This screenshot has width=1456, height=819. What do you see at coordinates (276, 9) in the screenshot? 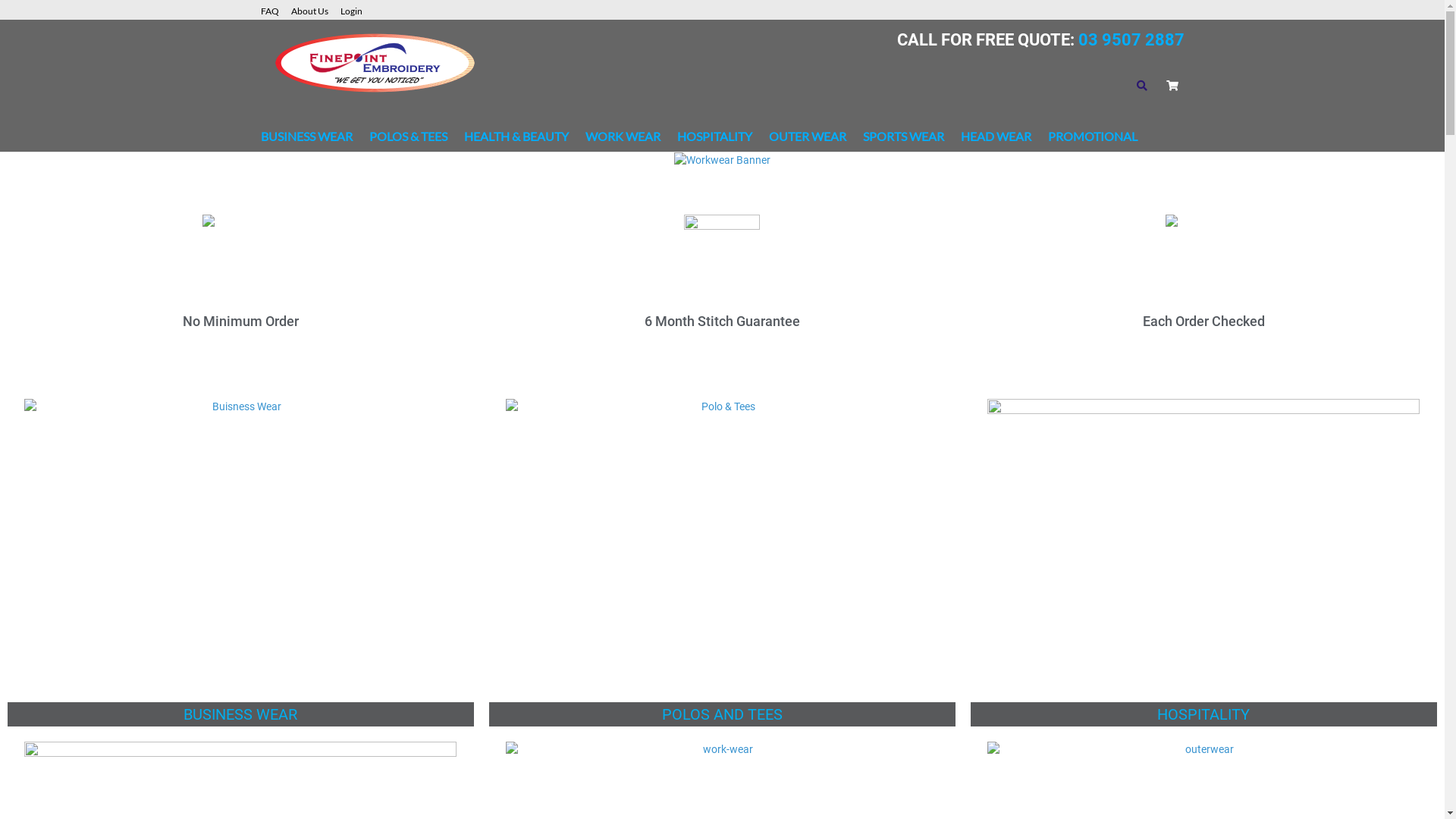
I see `'FAQ'` at bounding box center [276, 9].